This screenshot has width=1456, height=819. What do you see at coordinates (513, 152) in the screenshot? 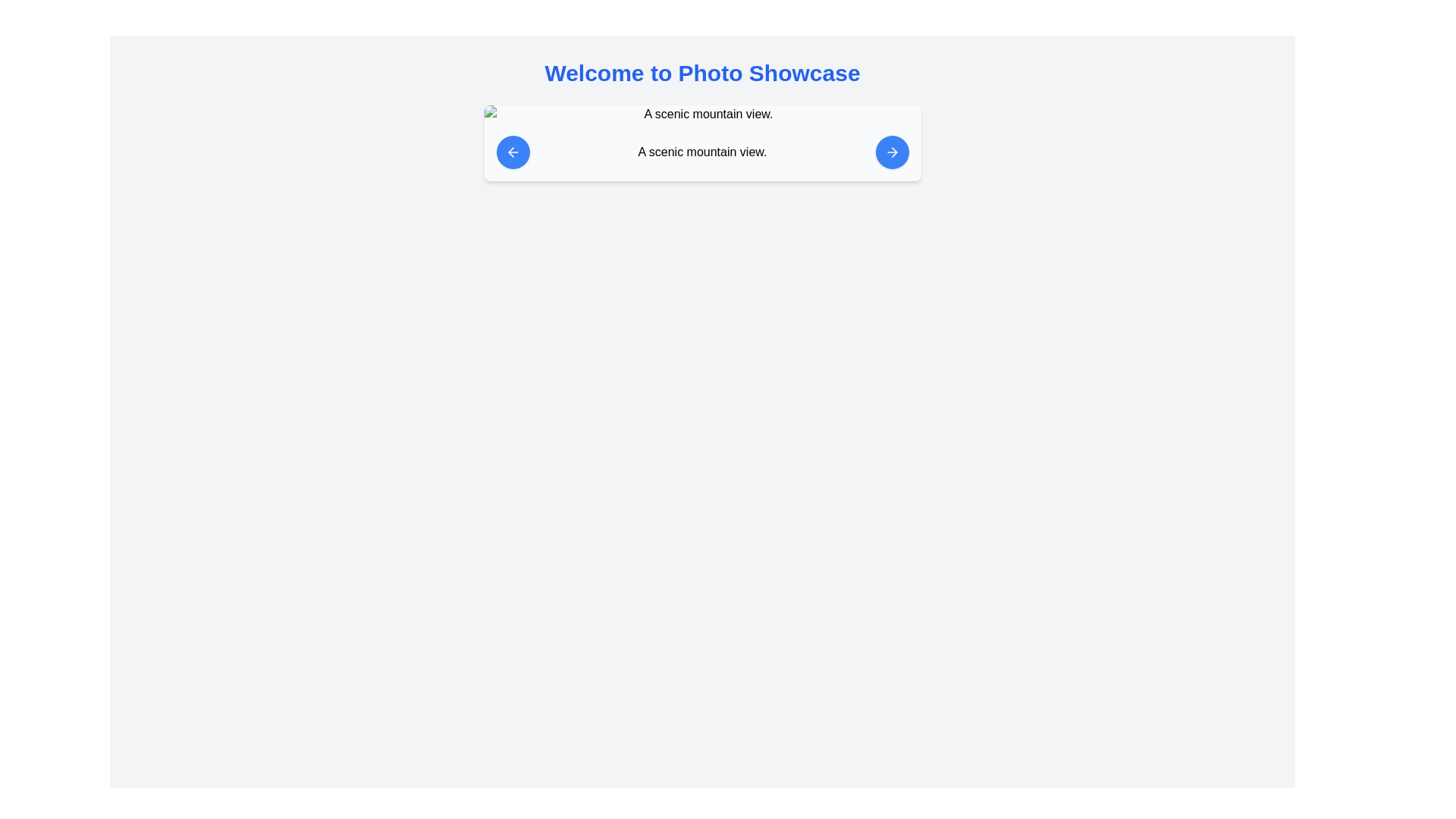
I see `the circular blue button with a white left-pointing arrow icon` at bounding box center [513, 152].